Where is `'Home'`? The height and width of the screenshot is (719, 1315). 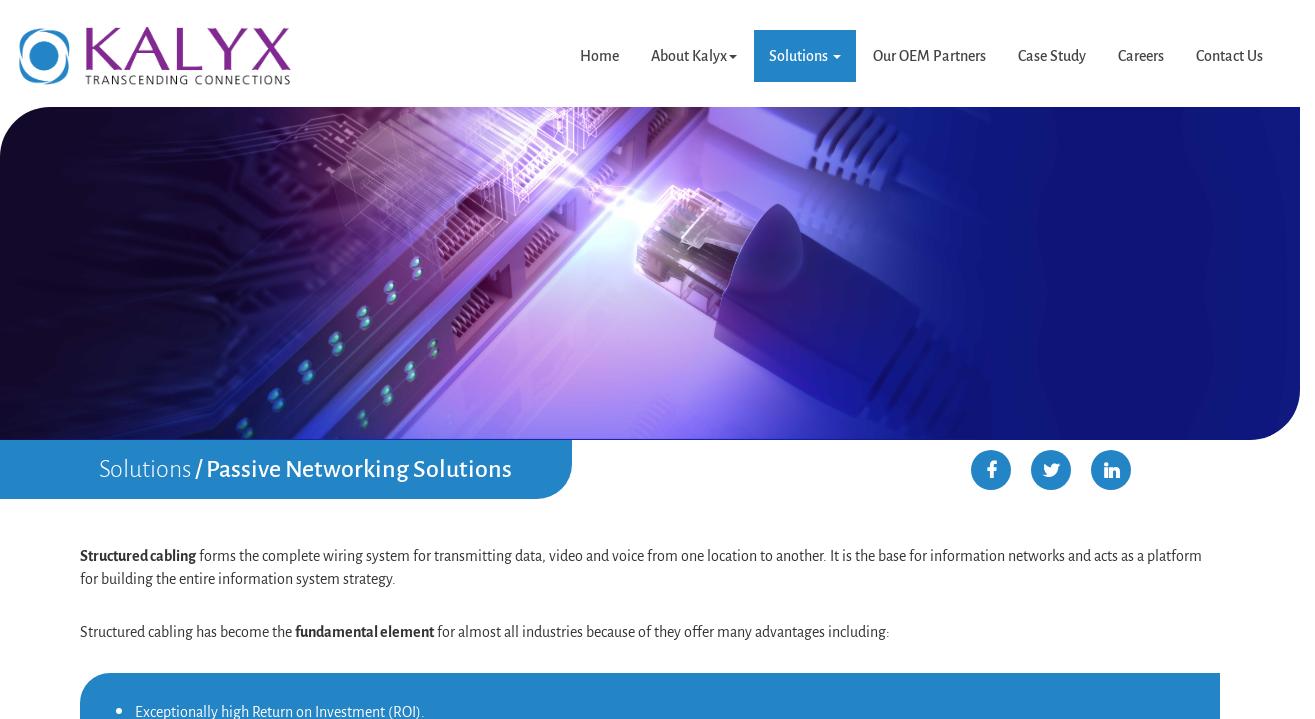 'Home' is located at coordinates (599, 55).